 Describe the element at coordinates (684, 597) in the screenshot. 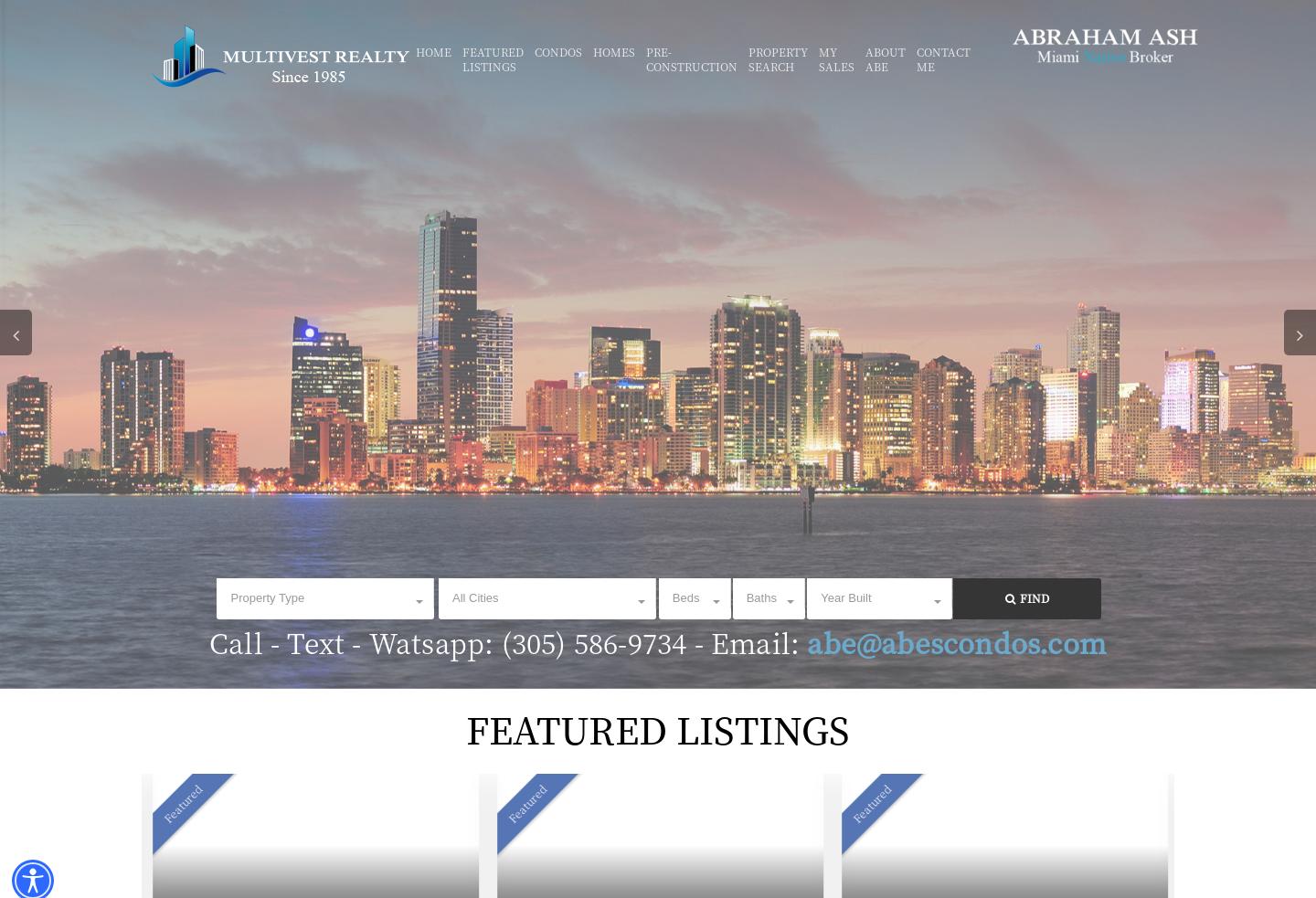

I see `'Beds'` at that location.